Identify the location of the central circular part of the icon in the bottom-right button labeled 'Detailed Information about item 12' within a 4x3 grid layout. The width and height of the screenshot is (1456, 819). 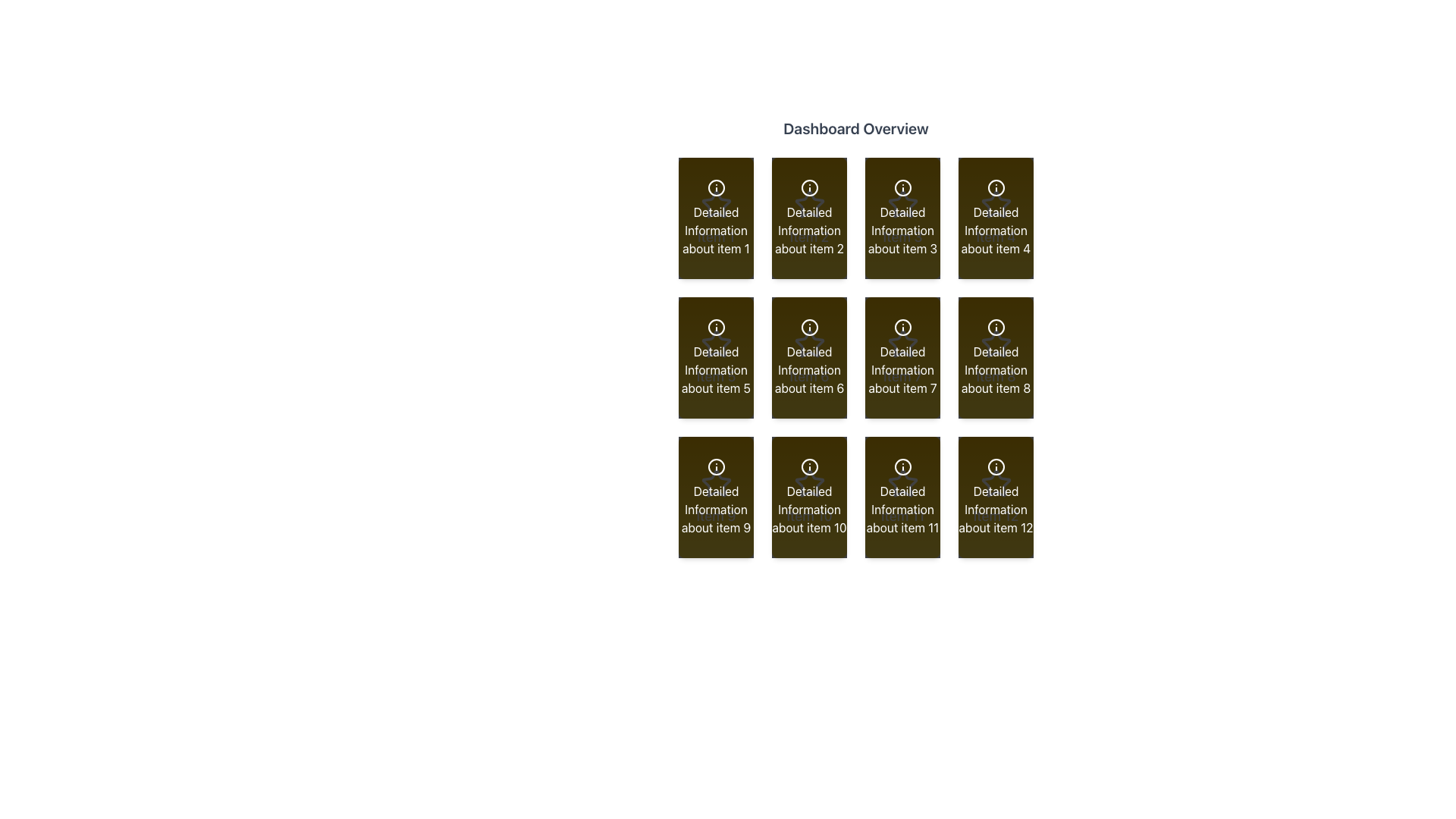
(996, 466).